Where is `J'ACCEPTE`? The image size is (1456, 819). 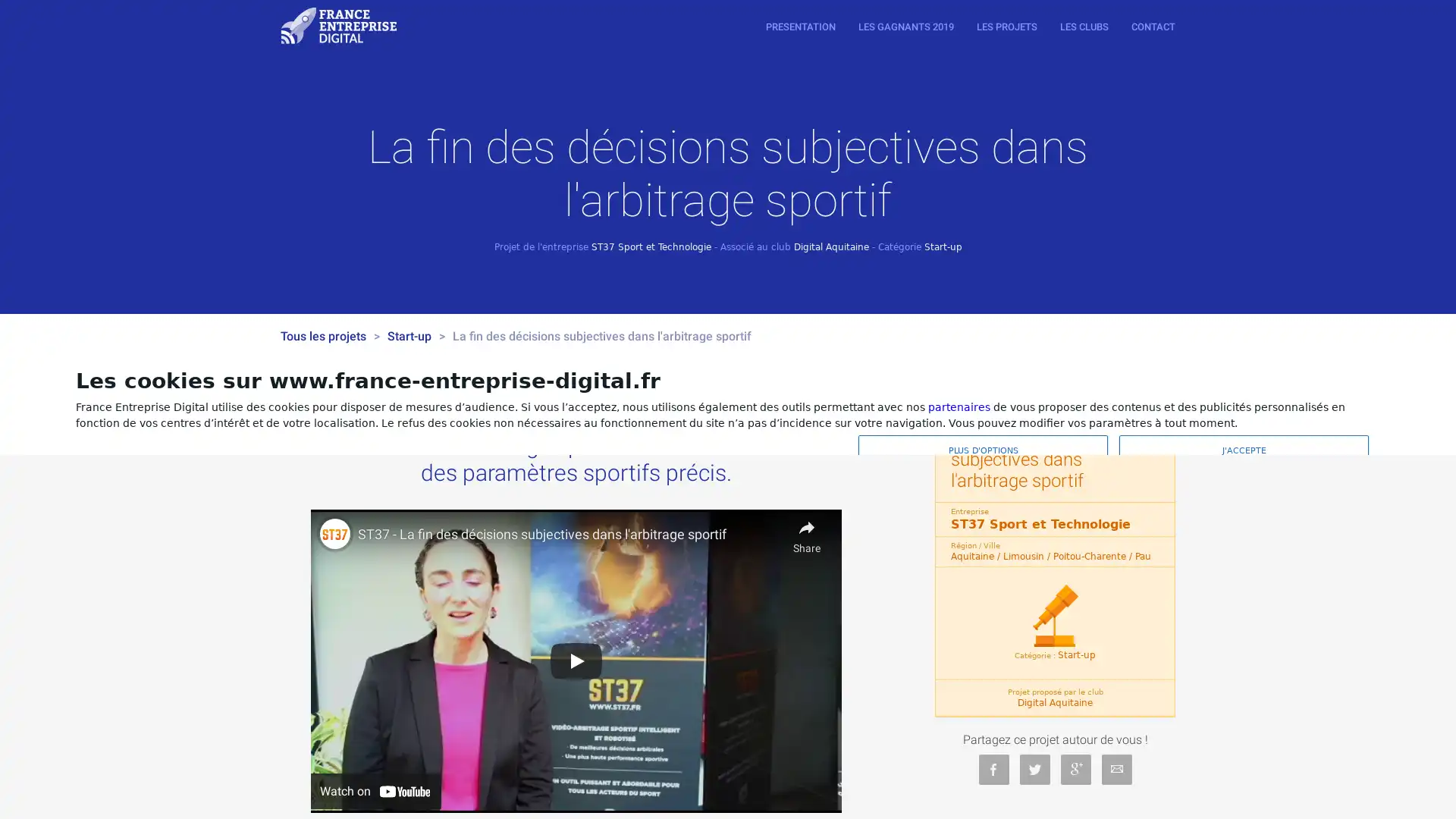
J'ACCEPTE is located at coordinates (1244, 450).